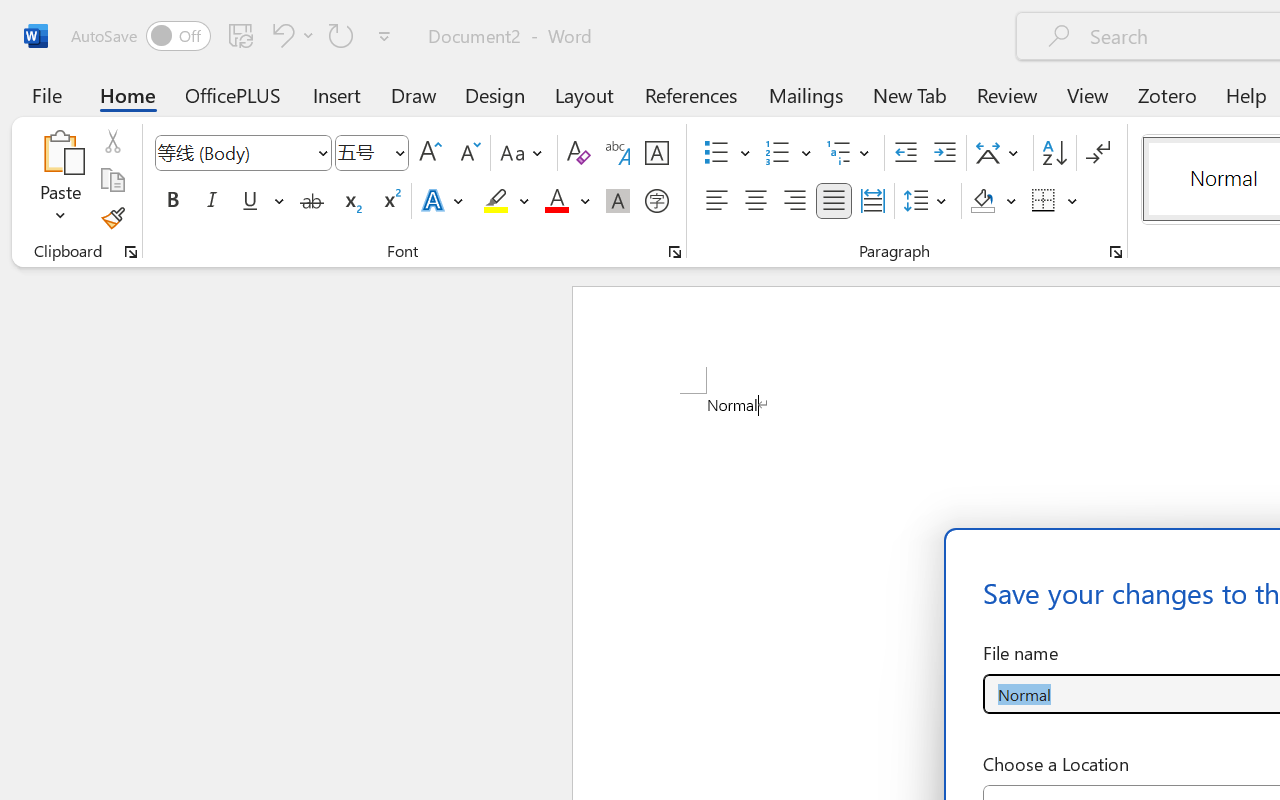  Describe the element at coordinates (279, 34) in the screenshot. I see `'Undo Apply Quick Style'` at that location.